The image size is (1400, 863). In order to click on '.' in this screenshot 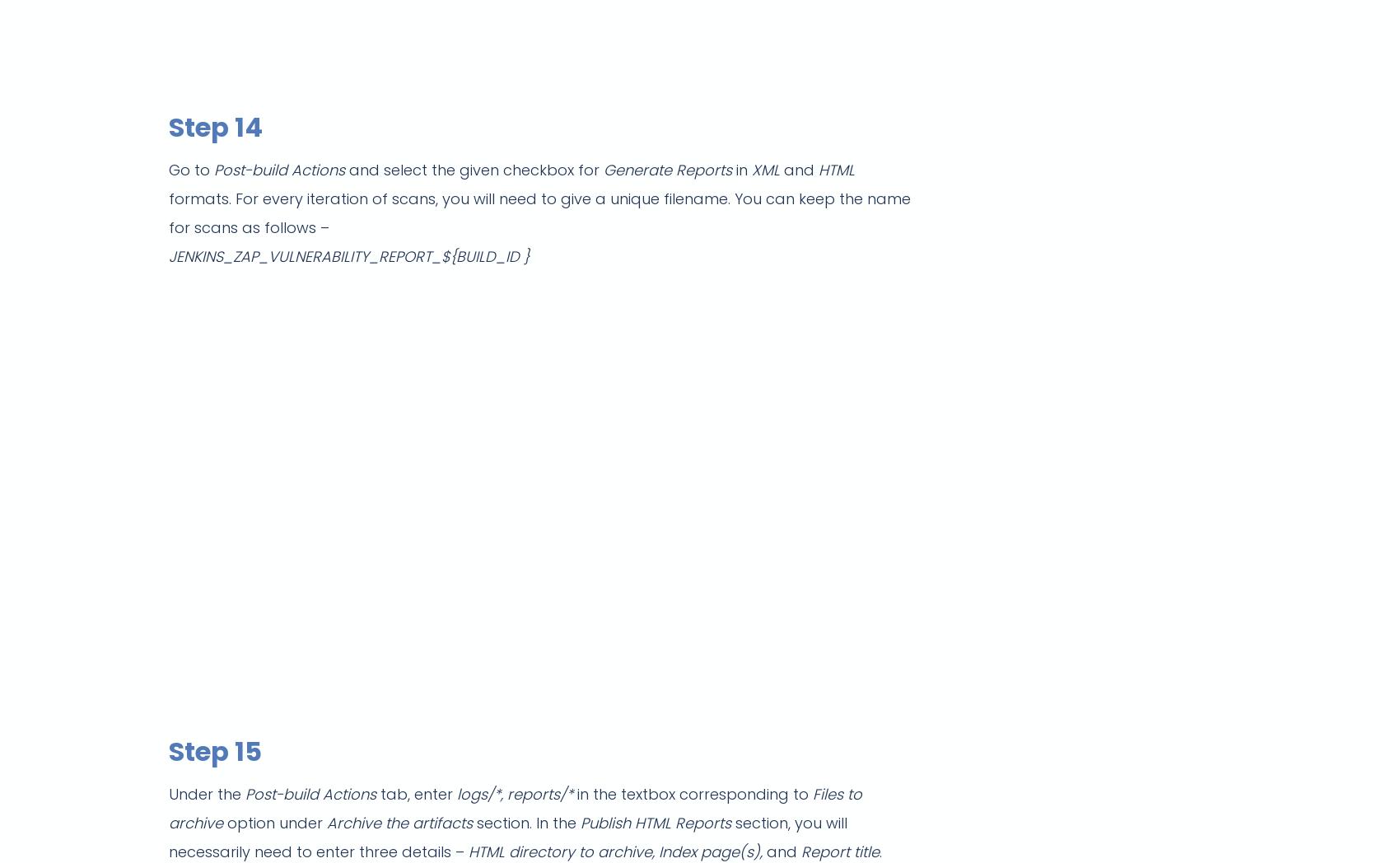, I will do `click(880, 851)`.